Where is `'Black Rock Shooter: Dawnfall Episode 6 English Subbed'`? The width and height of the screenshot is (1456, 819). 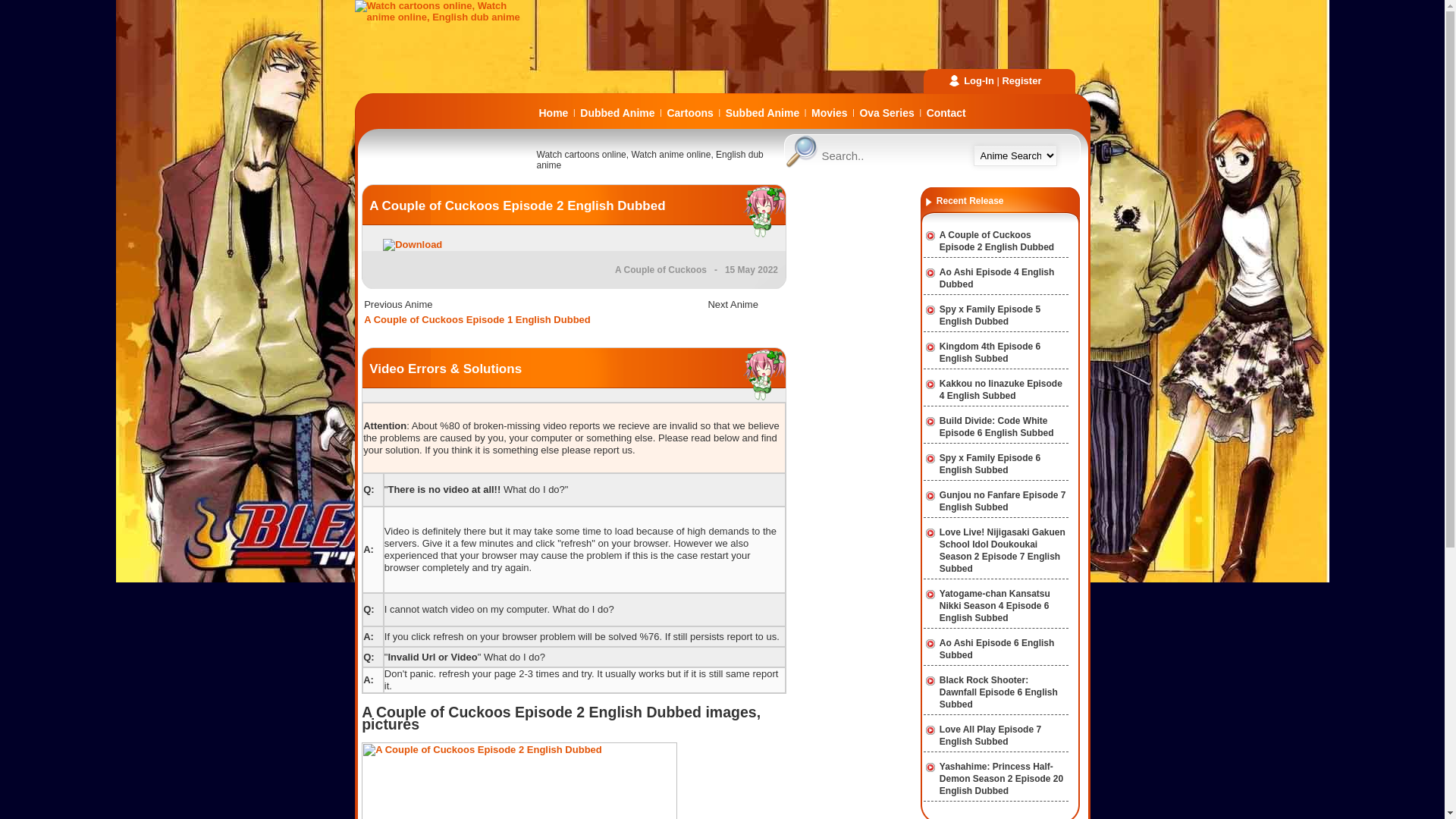
'Black Rock Shooter: Dawnfall Episode 6 English Subbed' is located at coordinates (998, 692).